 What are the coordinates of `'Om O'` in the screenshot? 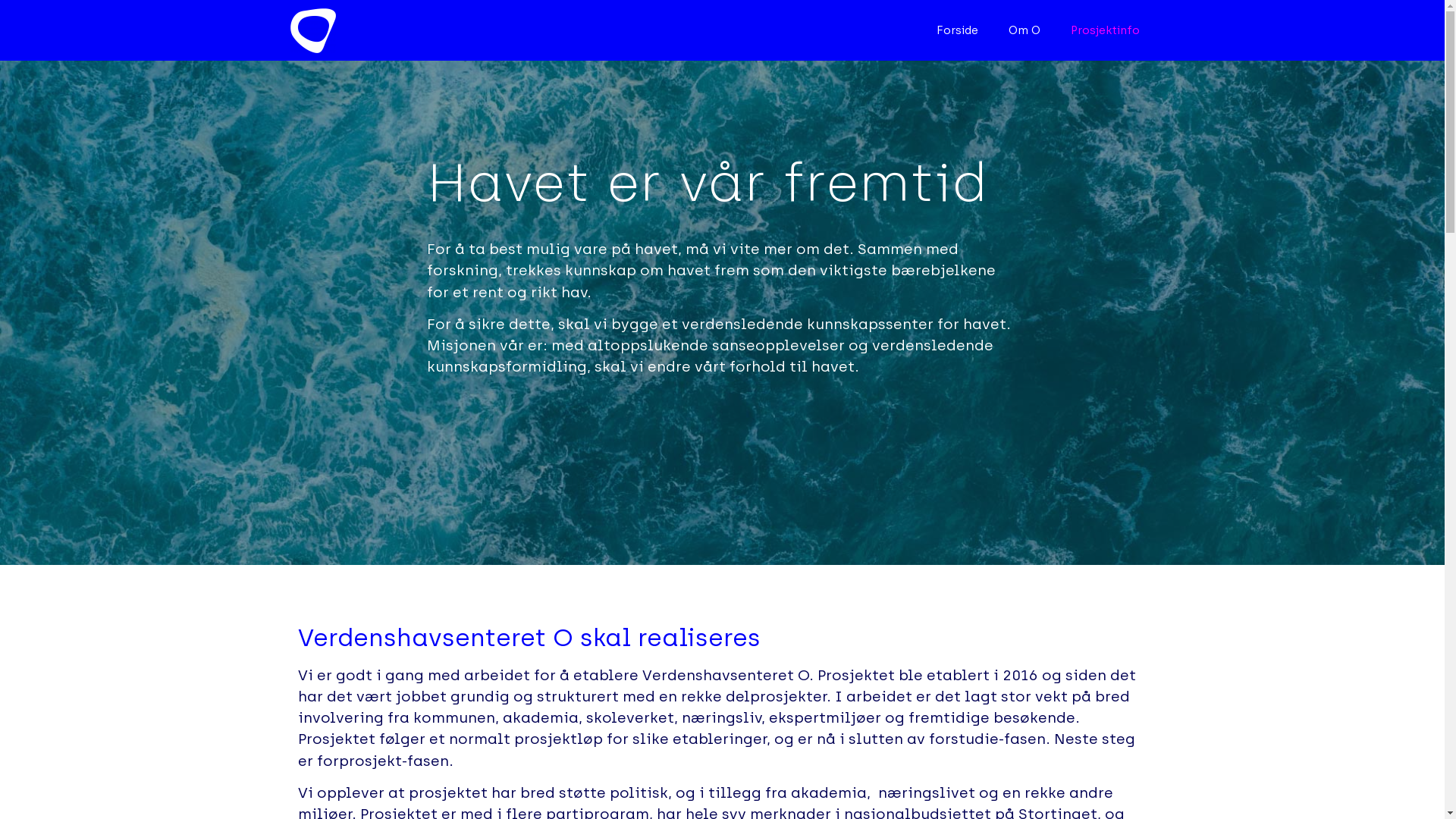 It's located at (1024, 30).